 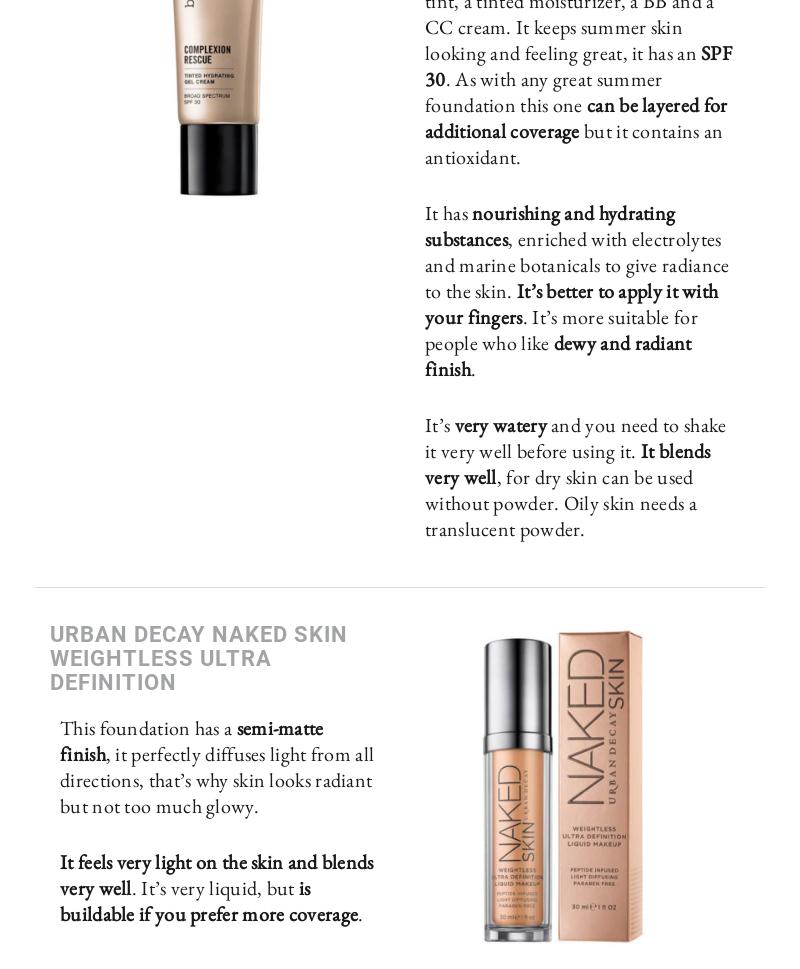 What do you see at coordinates (577, 64) in the screenshot?
I see `'SPF 30'` at bounding box center [577, 64].